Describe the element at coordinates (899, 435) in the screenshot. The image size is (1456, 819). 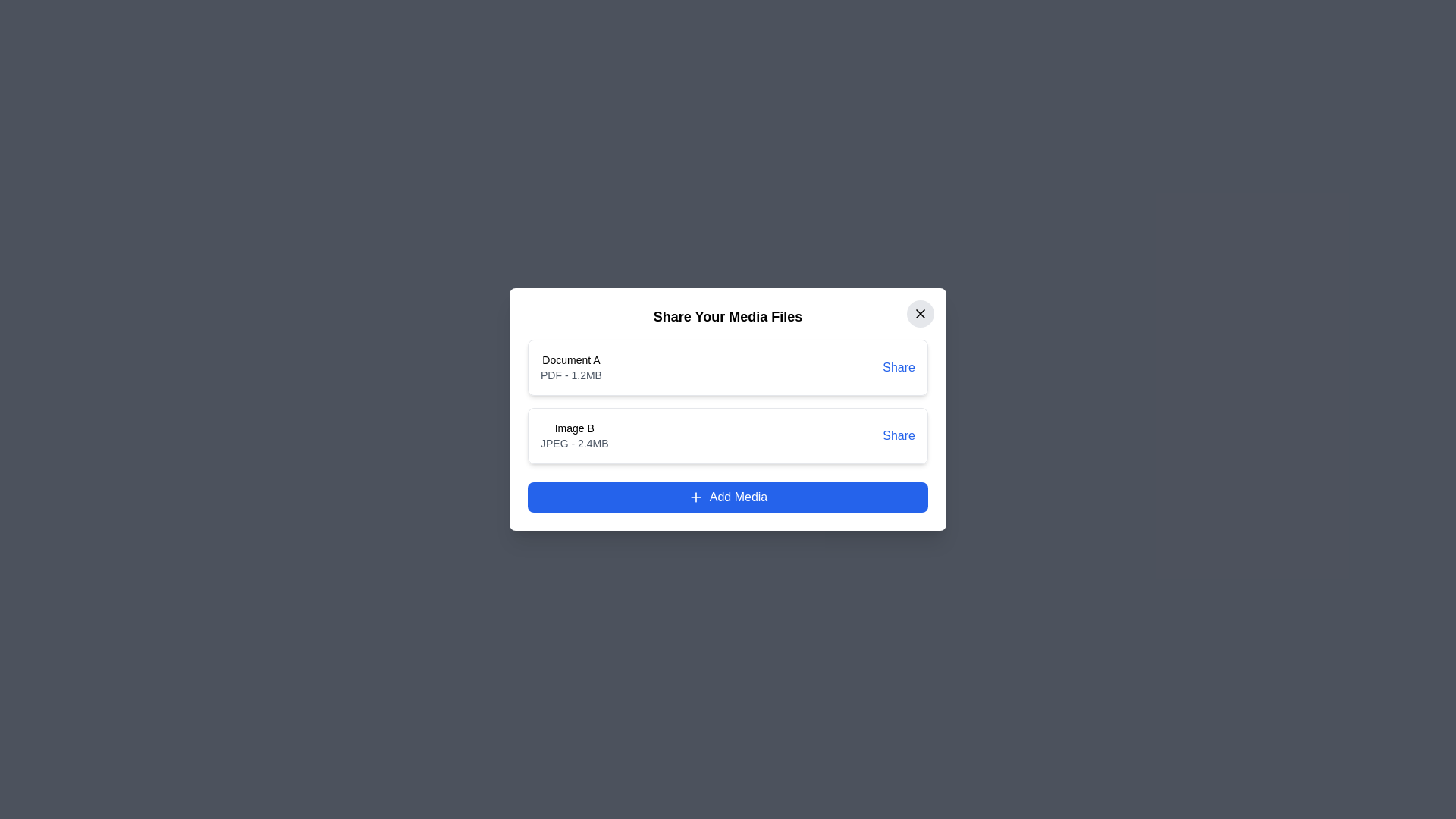
I see `'Share' button for the media item identified by Image B` at that location.